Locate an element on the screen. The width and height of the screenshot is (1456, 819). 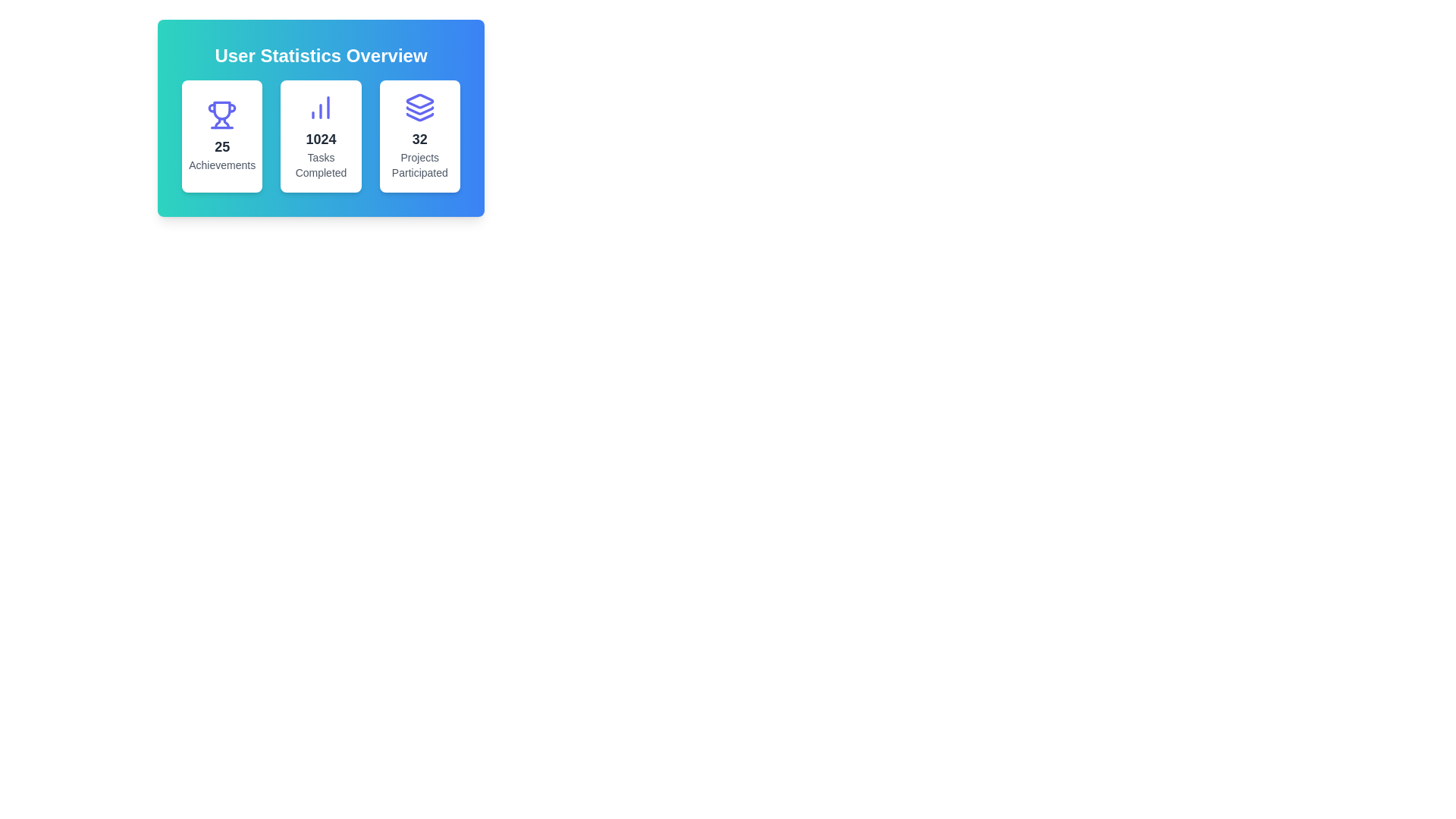
the bar chart icon located in the second card under the 'User Statistics Overview' heading is located at coordinates (320, 107).